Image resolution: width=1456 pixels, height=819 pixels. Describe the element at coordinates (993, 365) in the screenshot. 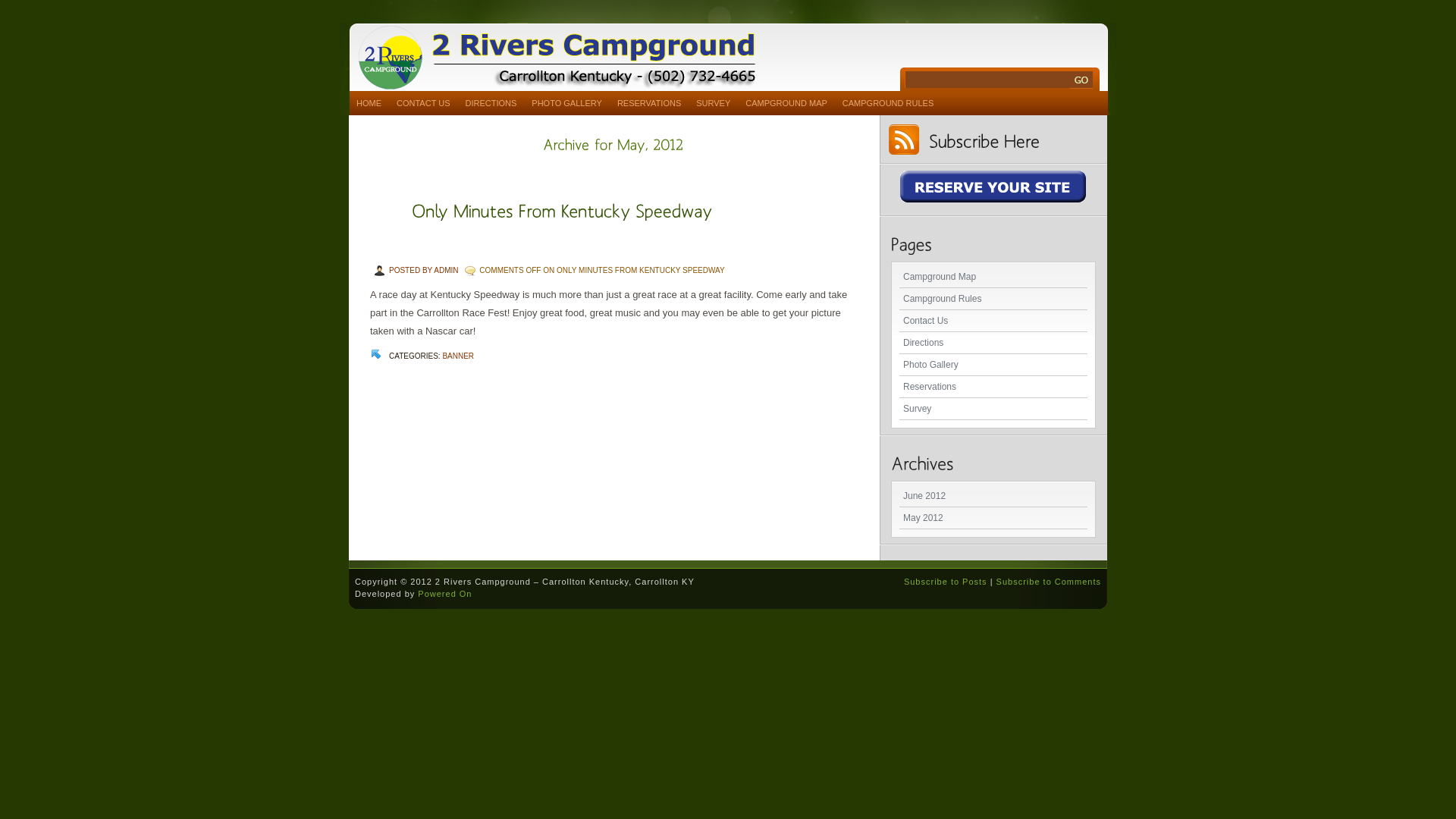

I see `'Photo Gallery'` at that location.